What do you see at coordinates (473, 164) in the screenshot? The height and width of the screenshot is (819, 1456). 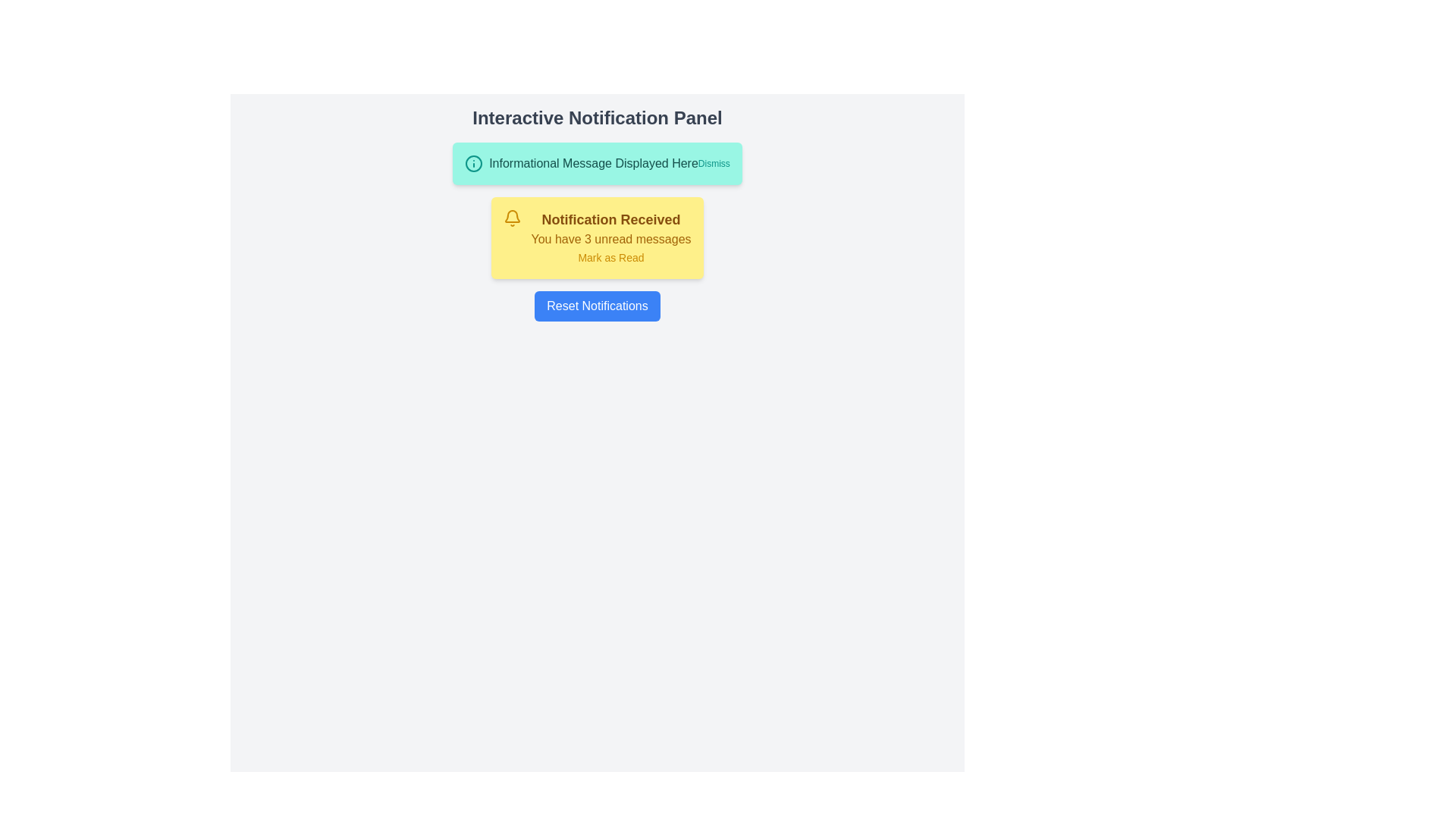 I see `the teal circular icon with a stylized 'i' symbol, located on the far left of the notification banner, preceding the text 'Informational Message Displayed Here'` at bounding box center [473, 164].